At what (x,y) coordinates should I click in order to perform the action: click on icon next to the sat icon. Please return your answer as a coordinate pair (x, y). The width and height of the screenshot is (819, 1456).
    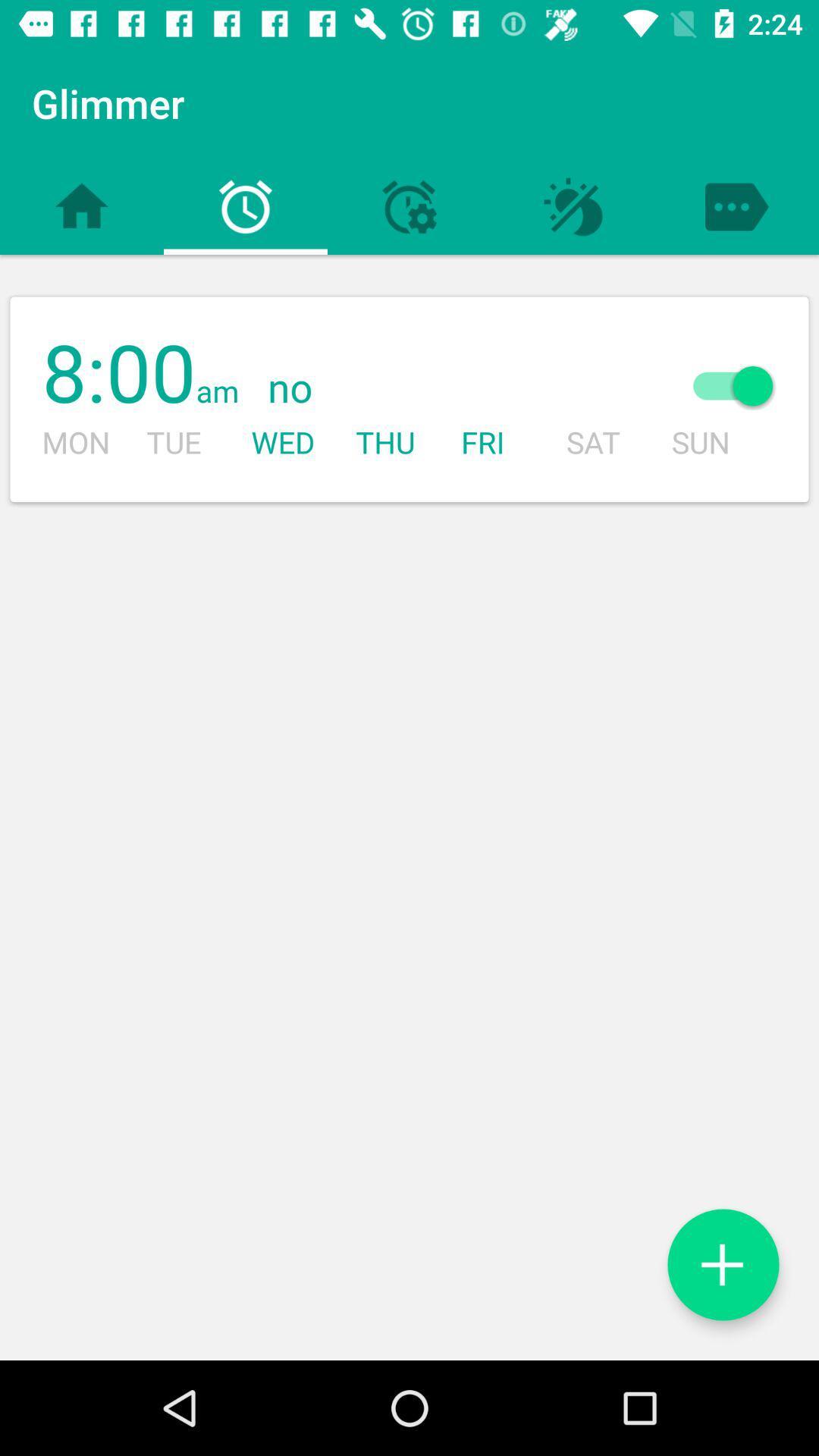
    Looking at the image, I should click on (732, 386).